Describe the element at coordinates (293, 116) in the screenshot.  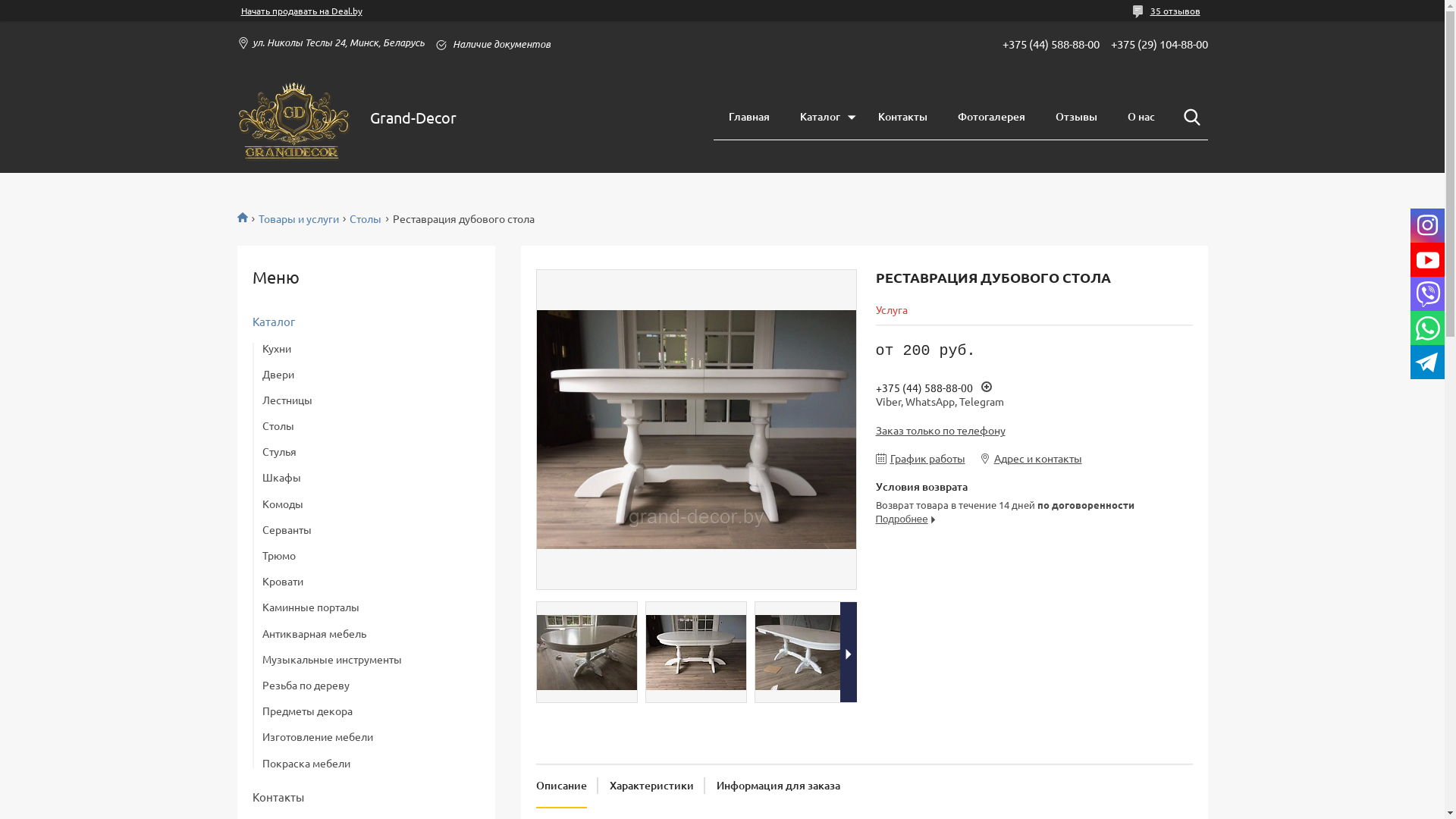
I see `'Grand Decor'` at that location.